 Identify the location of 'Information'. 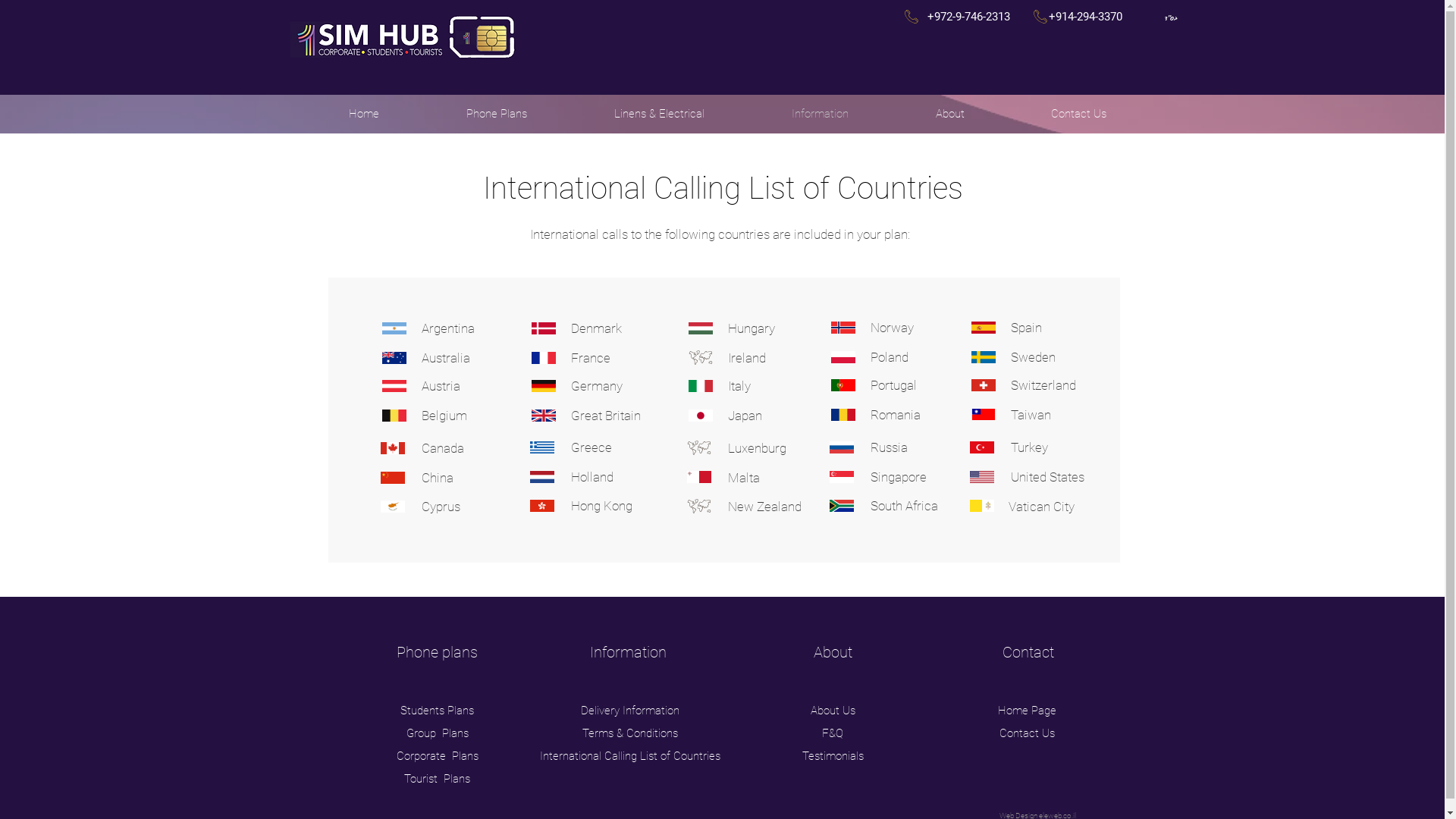
(818, 113).